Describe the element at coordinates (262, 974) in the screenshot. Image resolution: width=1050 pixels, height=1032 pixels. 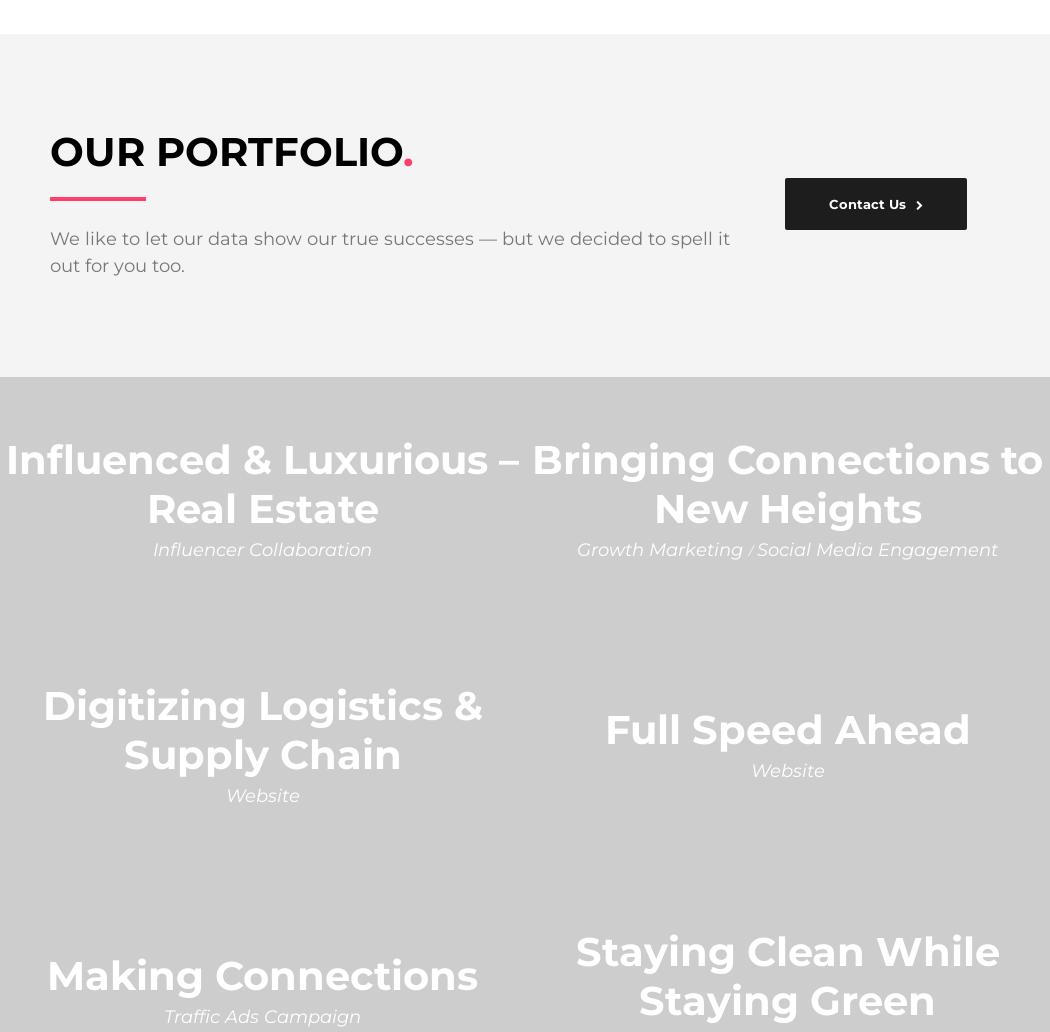
I see `'Making Connections'` at that location.